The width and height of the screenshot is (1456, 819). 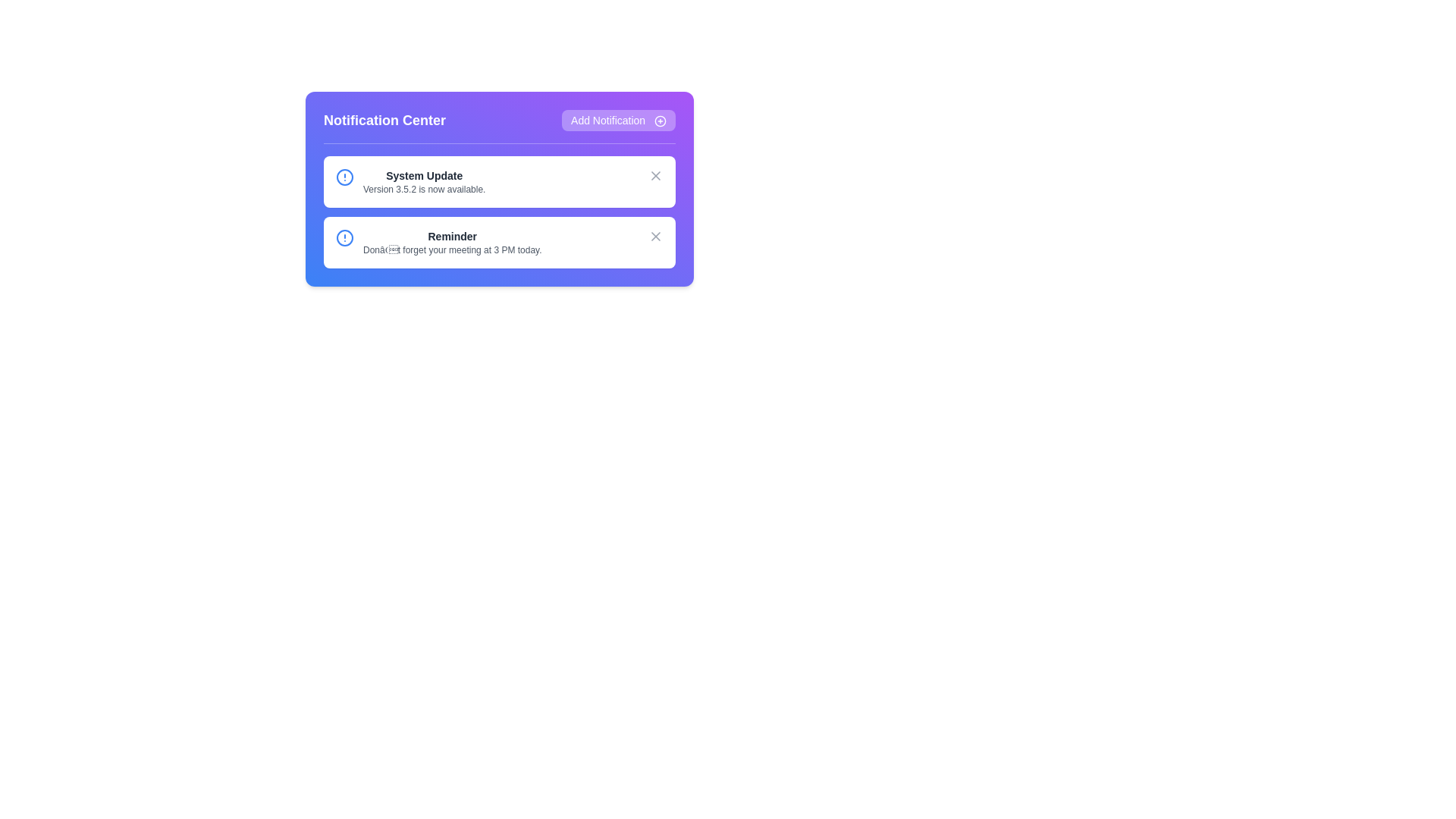 What do you see at coordinates (499, 212) in the screenshot?
I see `the Notification List in the Notification Center, which contains the notifications 'System Update' and 'Reminder' with blue circle icons and close symbols` at bounding box center [499, 212].